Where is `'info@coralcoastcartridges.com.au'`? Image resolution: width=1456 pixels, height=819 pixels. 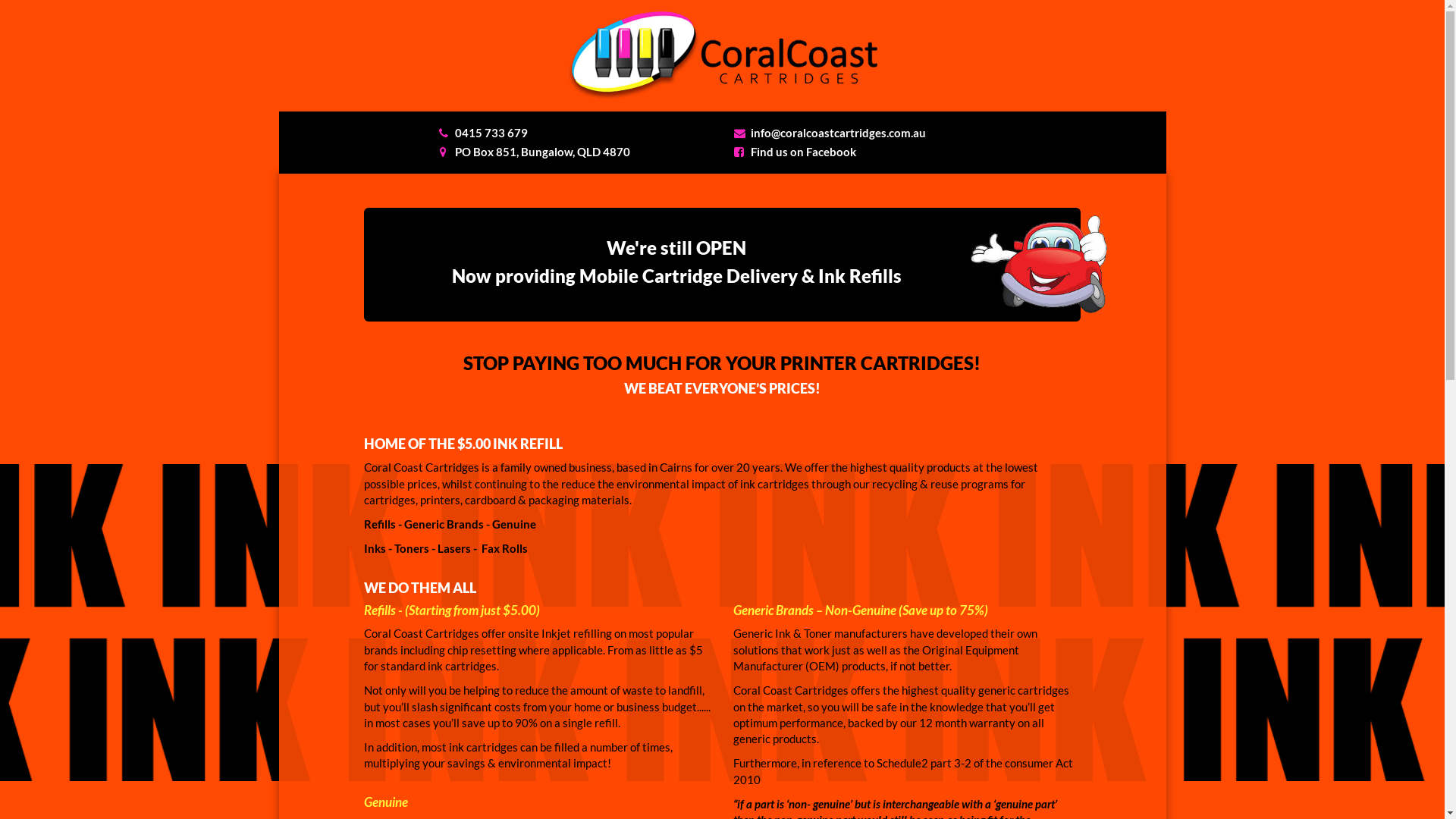 'info@coralcoastcartridges.com.au' is located at coordinates (750, 131).